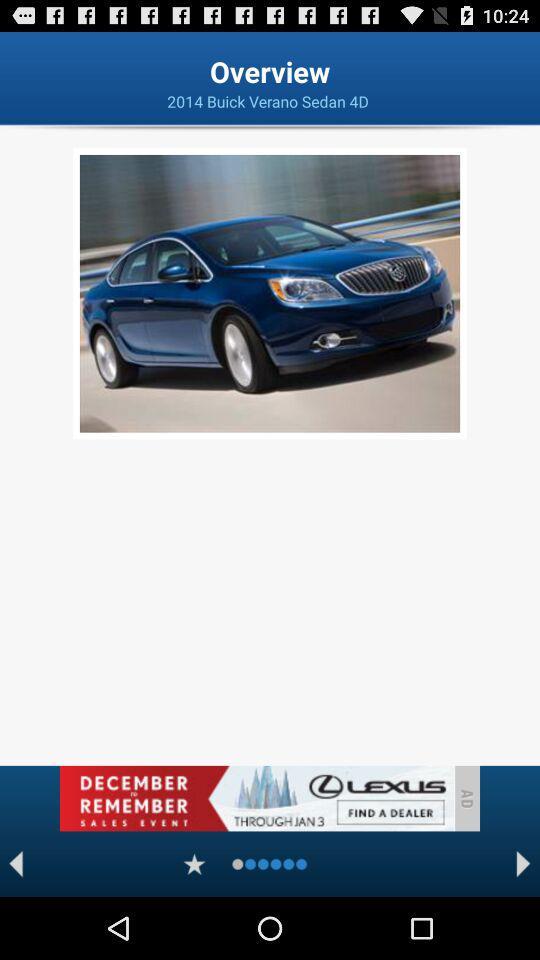  Describe the element at coordinates (15, 924) in the screenshot. I see `the arrow_backward icon` at that location.